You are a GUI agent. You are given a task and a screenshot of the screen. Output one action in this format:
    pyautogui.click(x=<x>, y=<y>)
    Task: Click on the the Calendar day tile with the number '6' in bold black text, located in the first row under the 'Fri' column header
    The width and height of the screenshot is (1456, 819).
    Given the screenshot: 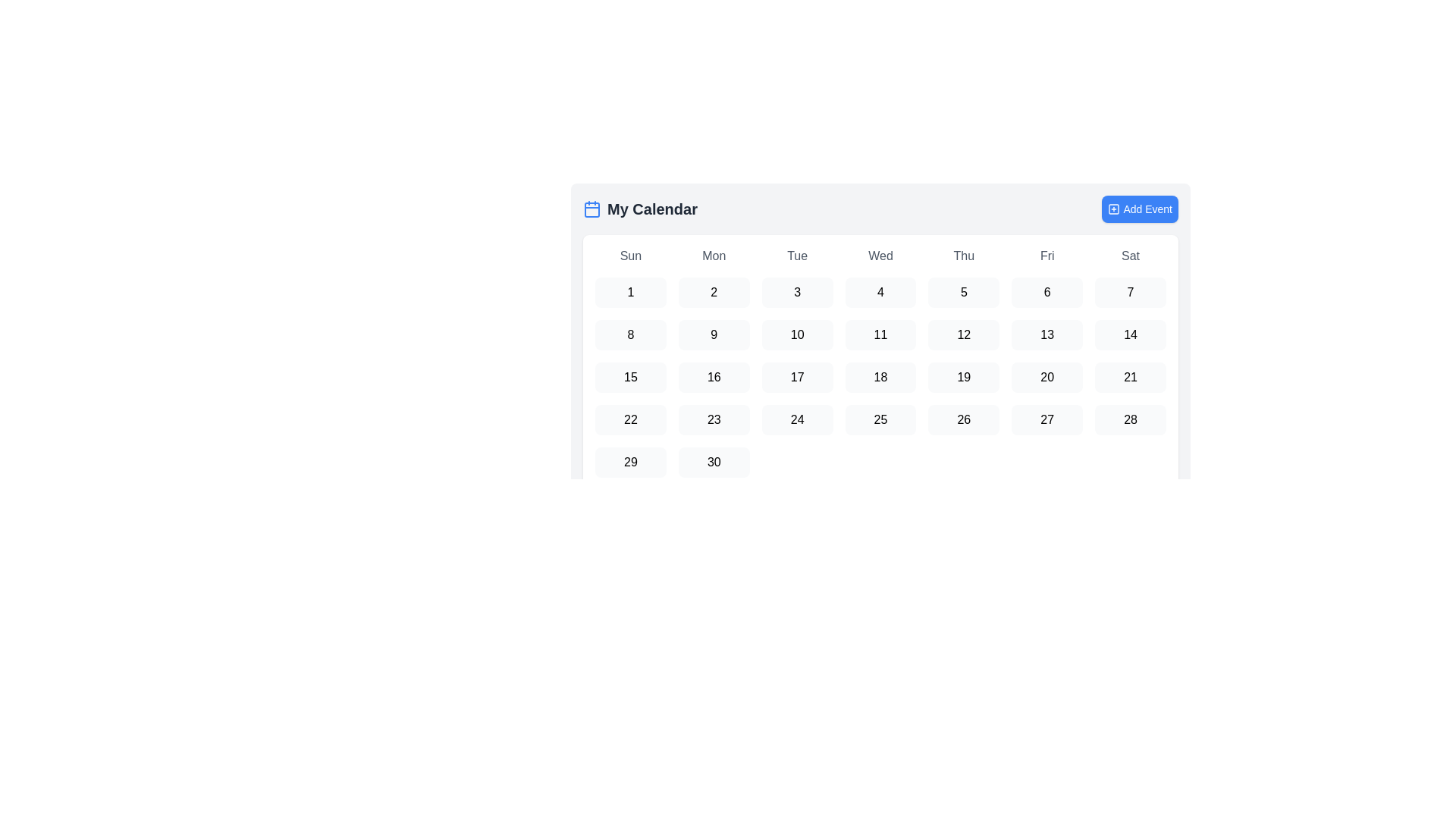 What is the action you would take?
    pyautogui.click(x=1046, y=292)
    